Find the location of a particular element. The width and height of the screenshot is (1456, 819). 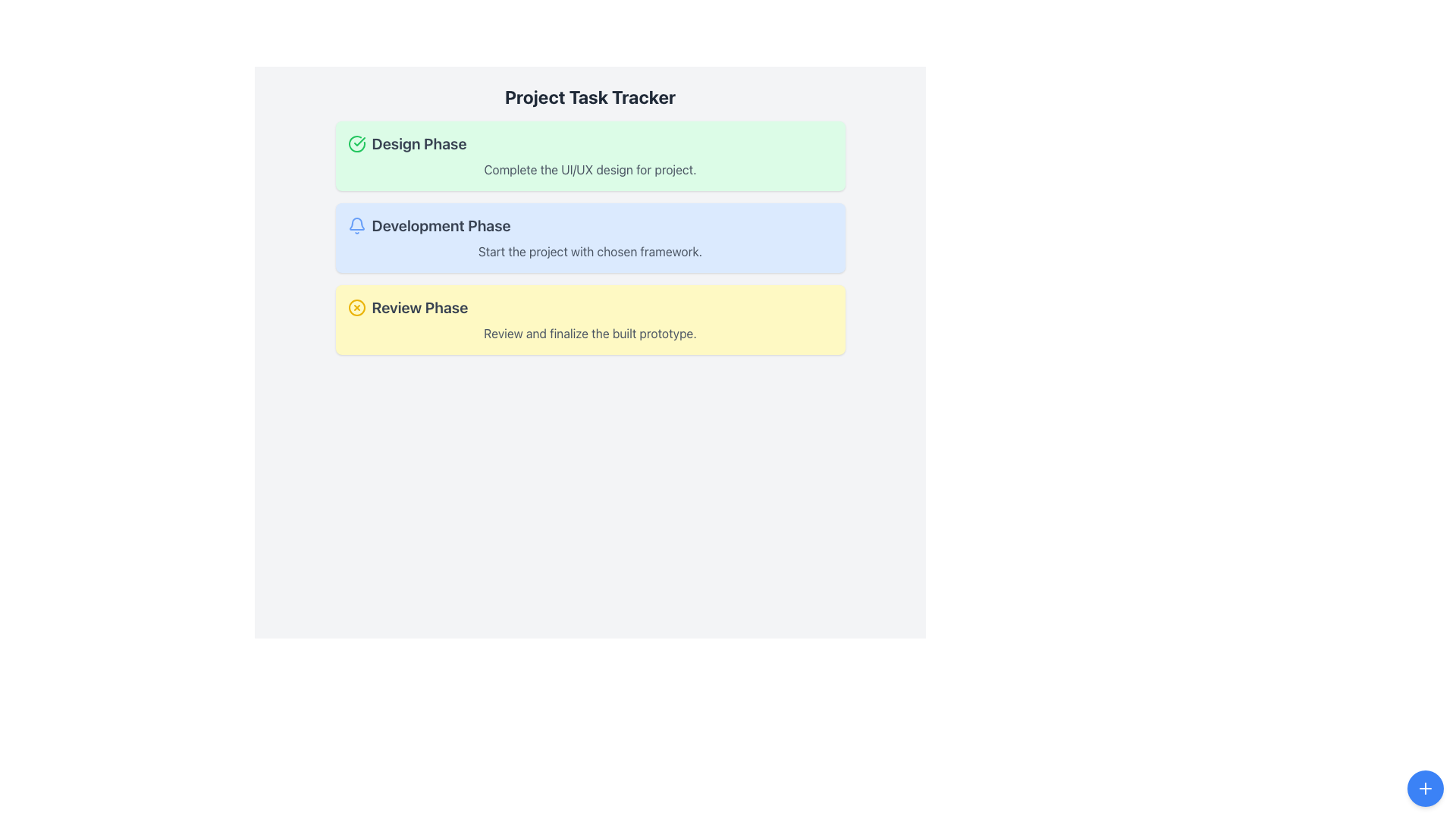

the Plus Icon button located at the bottom-right corner of the interface is located at coordinates (1425, 788).